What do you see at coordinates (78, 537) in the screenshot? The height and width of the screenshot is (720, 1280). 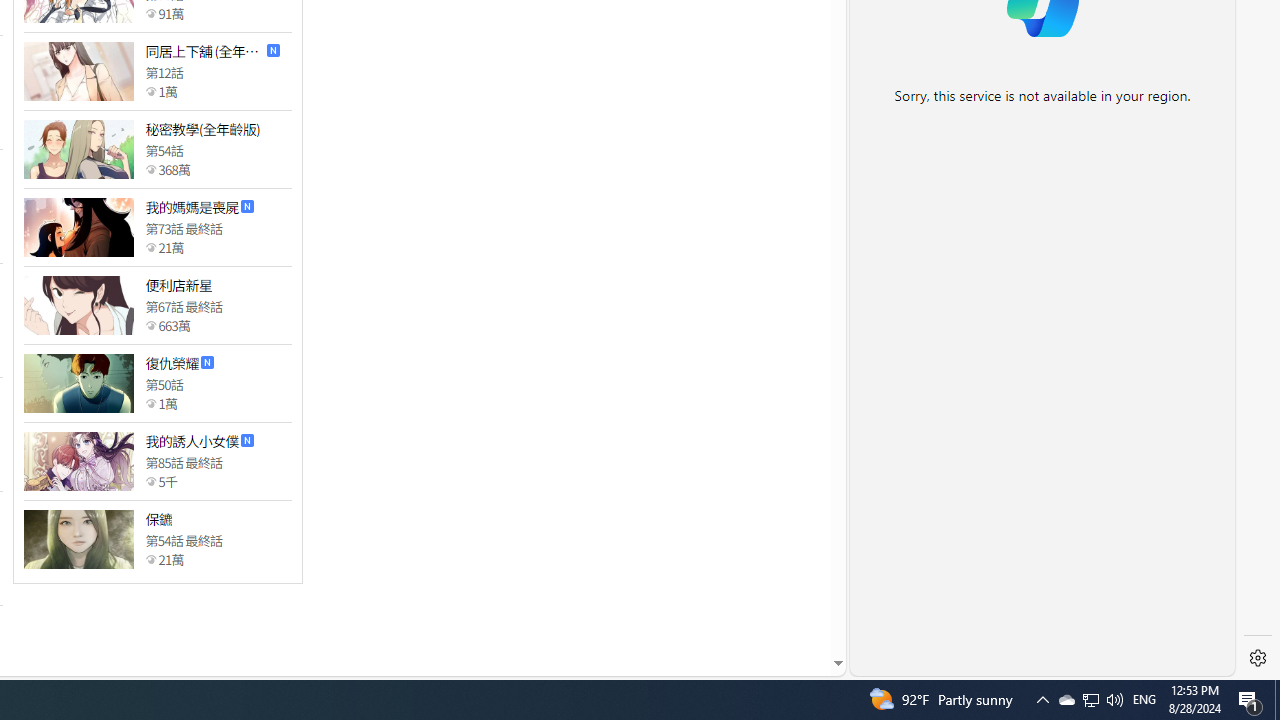 I see `'Class: thumb_img'` at bounding box center [78, 537].